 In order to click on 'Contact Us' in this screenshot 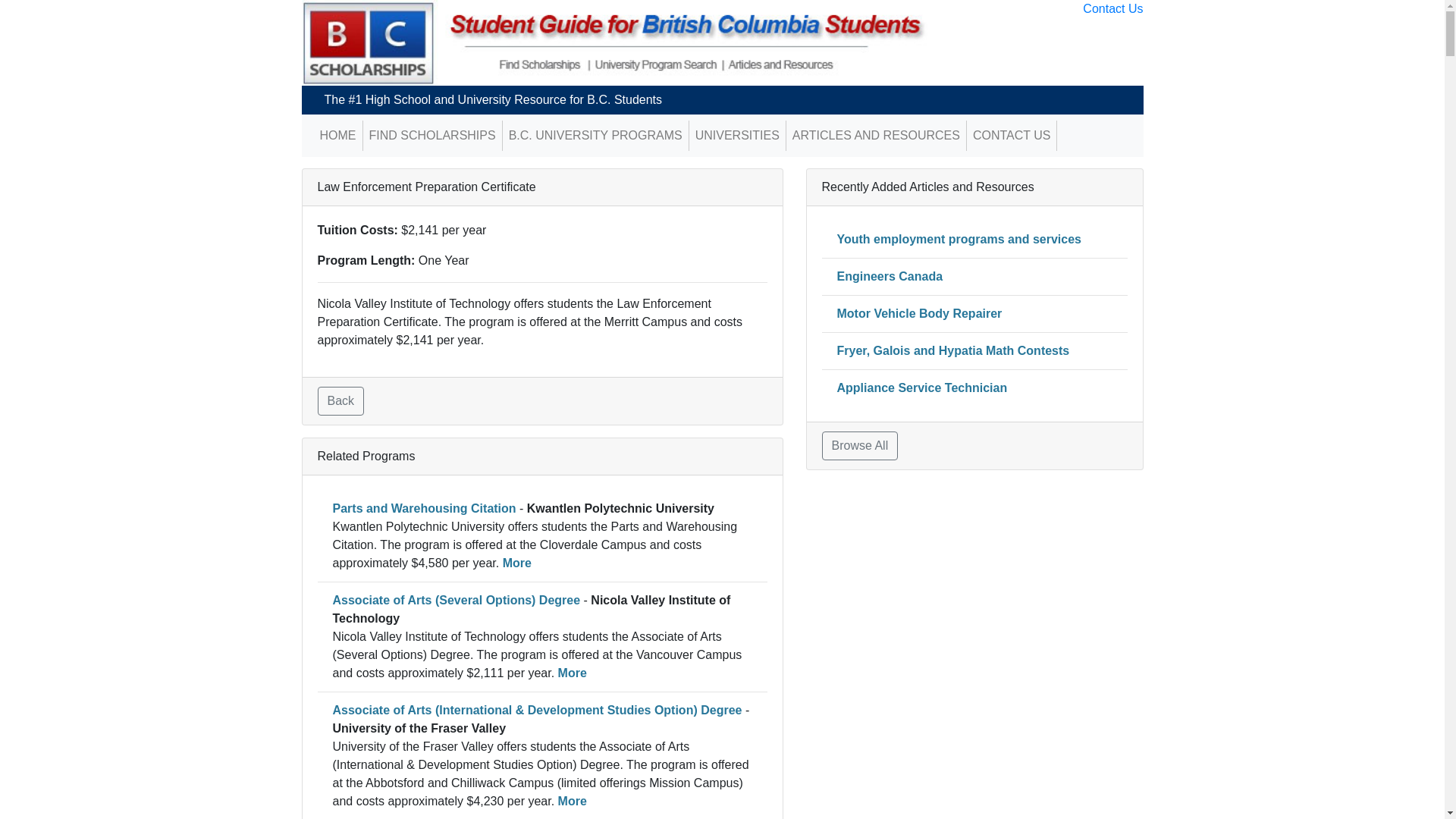, I will do `click(1112, 8)`.